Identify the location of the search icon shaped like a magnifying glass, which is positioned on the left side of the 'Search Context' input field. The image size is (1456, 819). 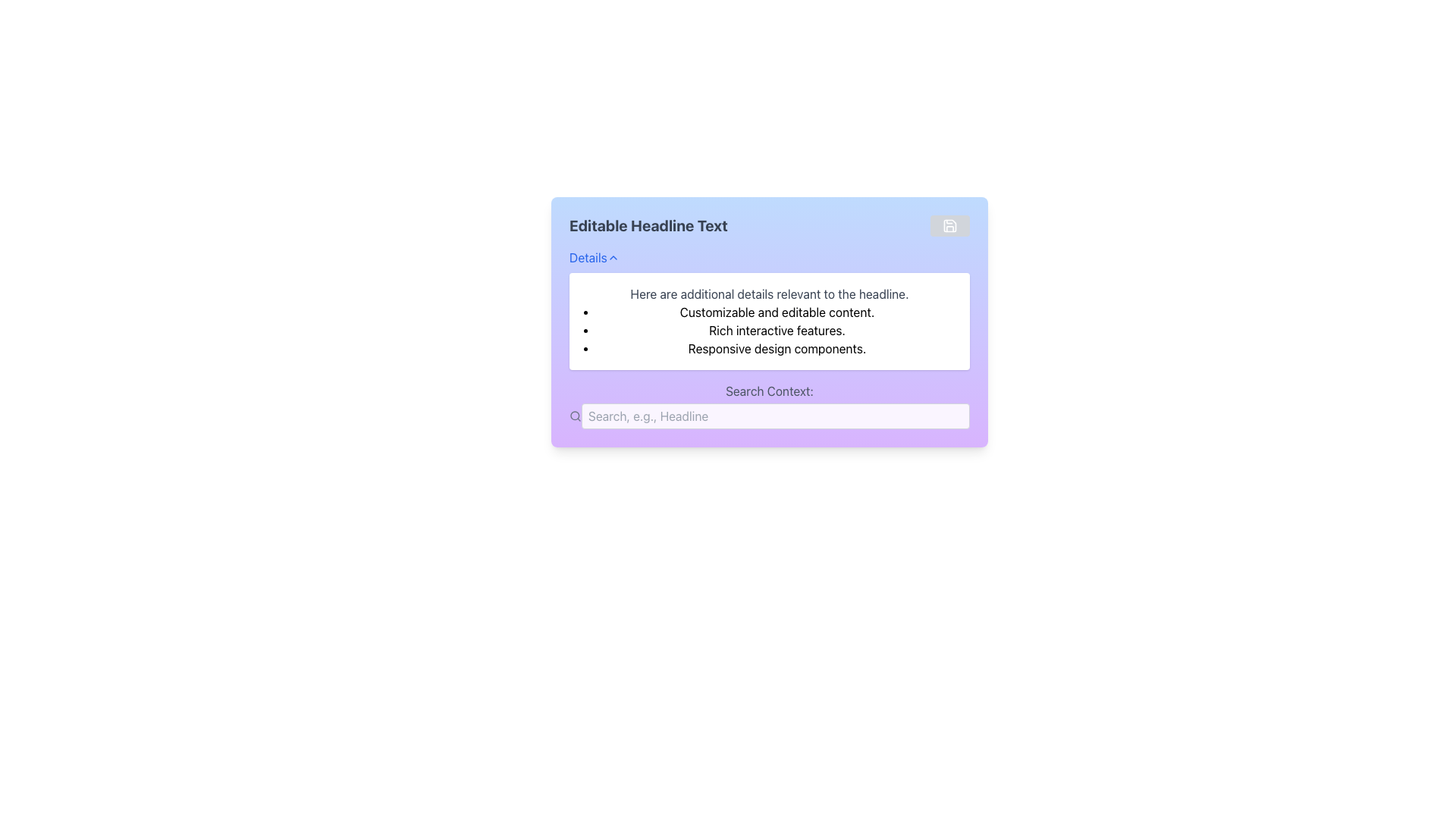
(574, 416).